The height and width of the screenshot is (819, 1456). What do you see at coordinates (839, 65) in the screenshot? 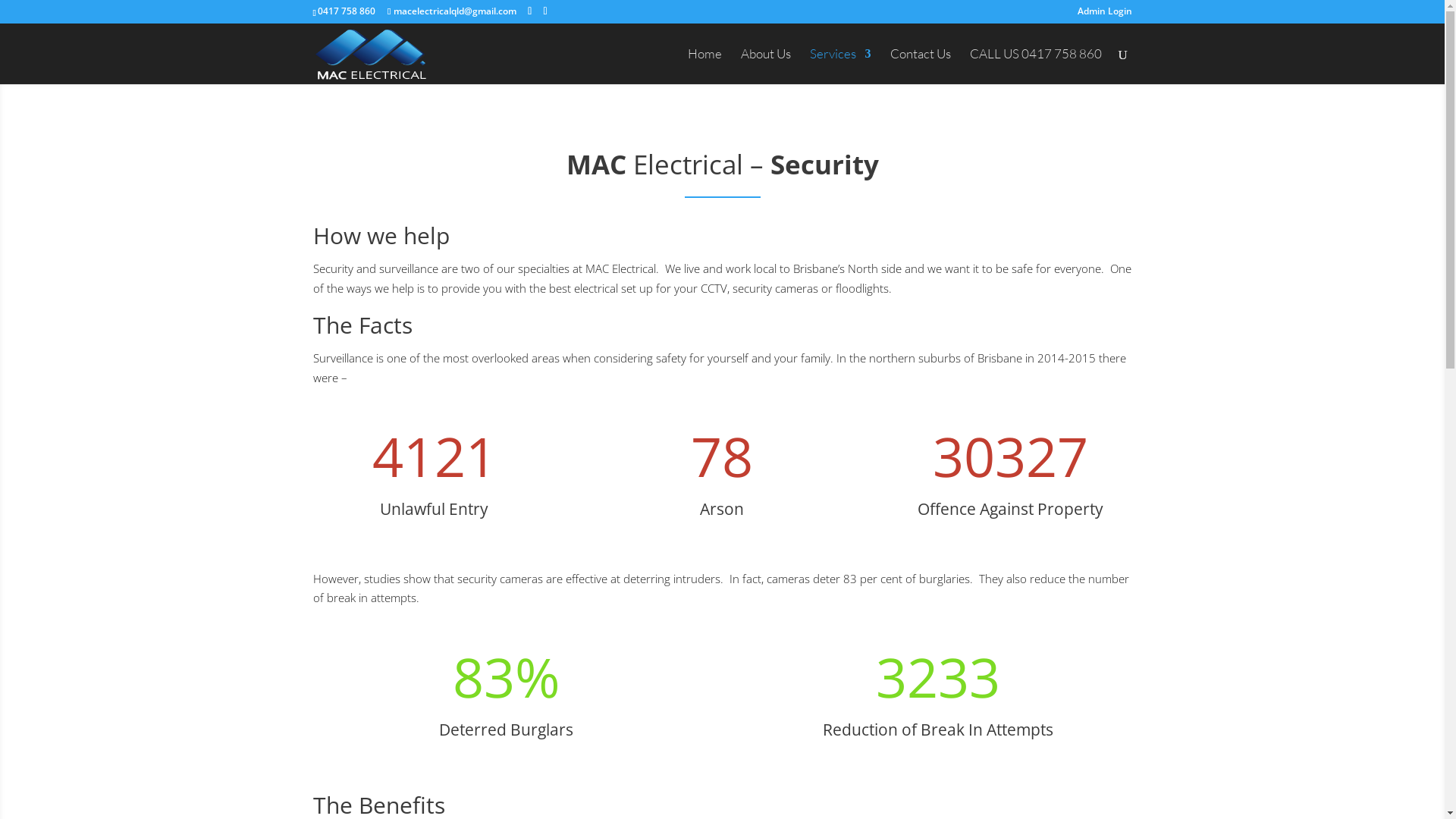
I see `'Services'` at bounding box center [839, 65].